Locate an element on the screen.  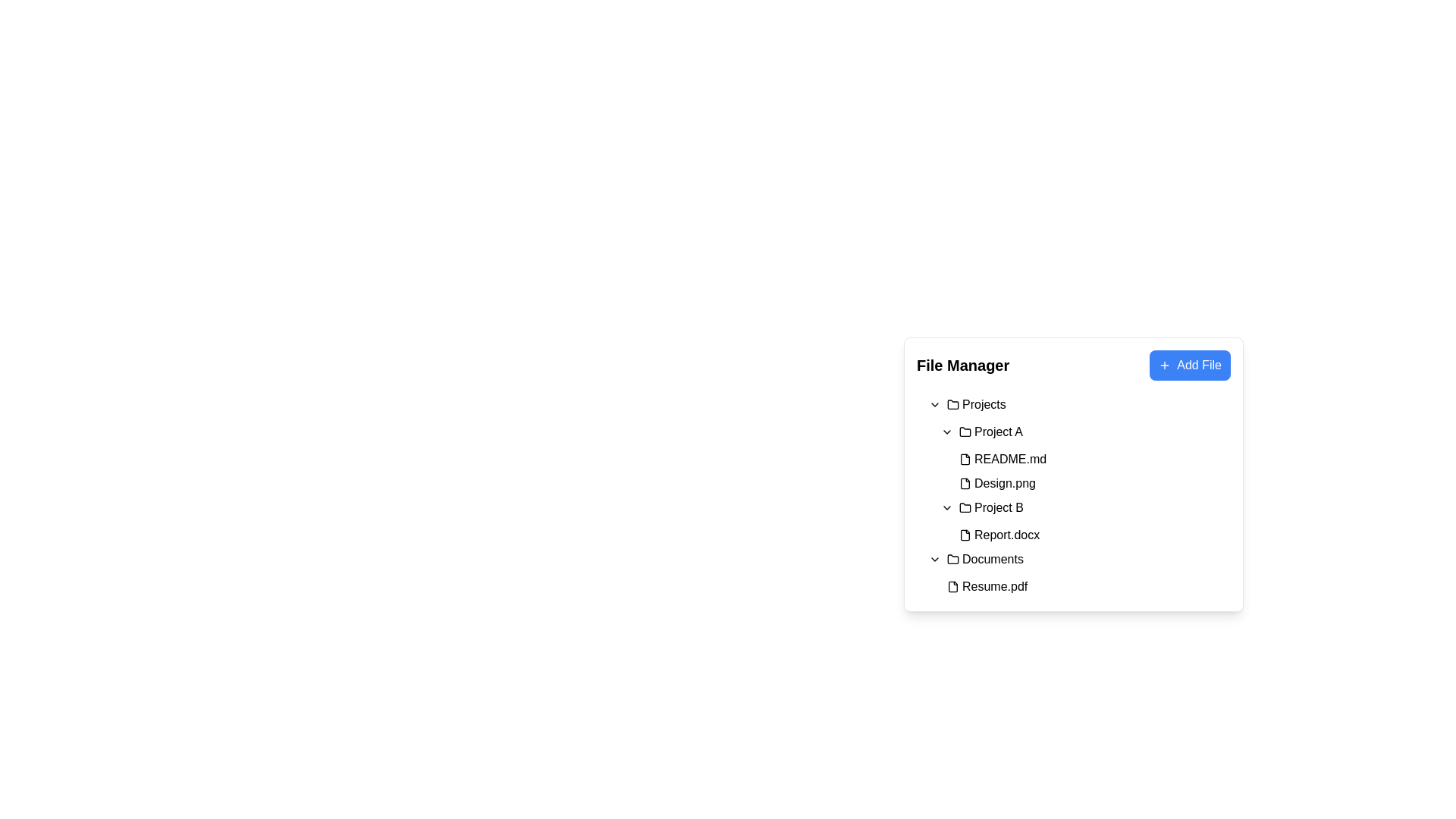
the text label 'README.md' which is the first file listed under the folder 'Project A' is located at coordinates (1003, 458).